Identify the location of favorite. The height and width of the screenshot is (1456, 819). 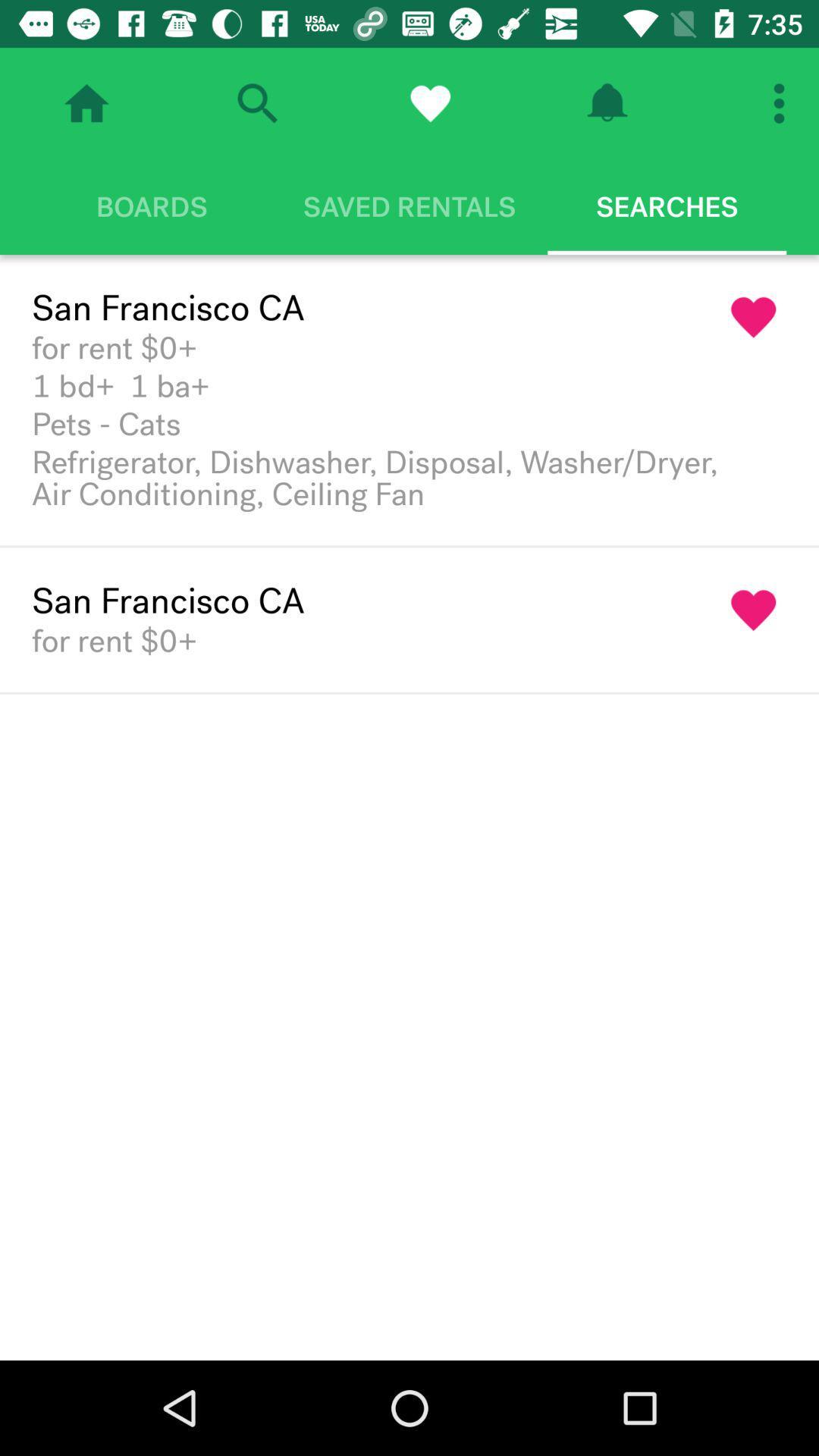
(430, 102).